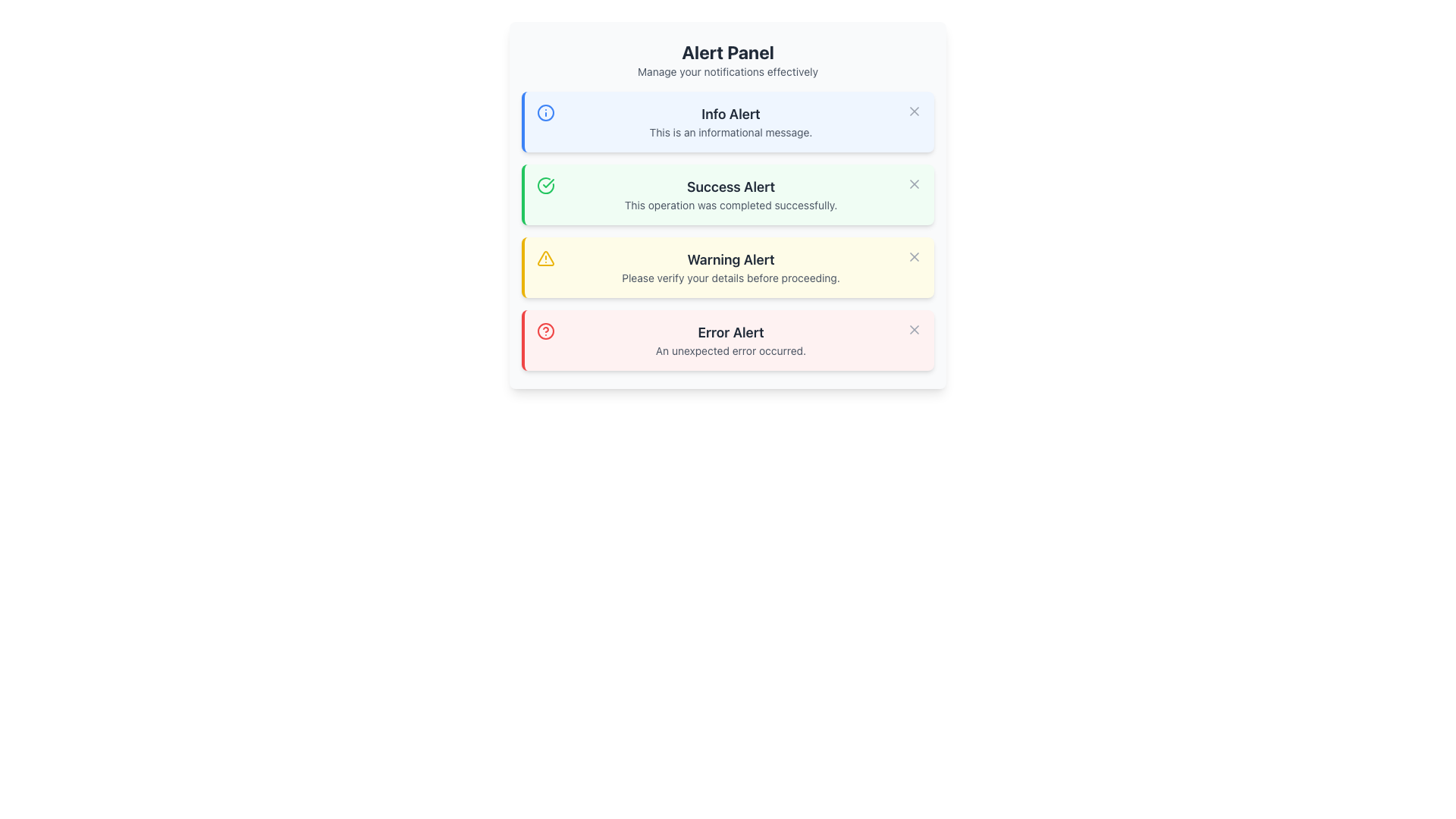 The width and height of the screenshot is (1456, 819). I want to click on the close icon represented by a stylized 'X' in the 'Warning Alert' section to change its color, so click(913, 256).